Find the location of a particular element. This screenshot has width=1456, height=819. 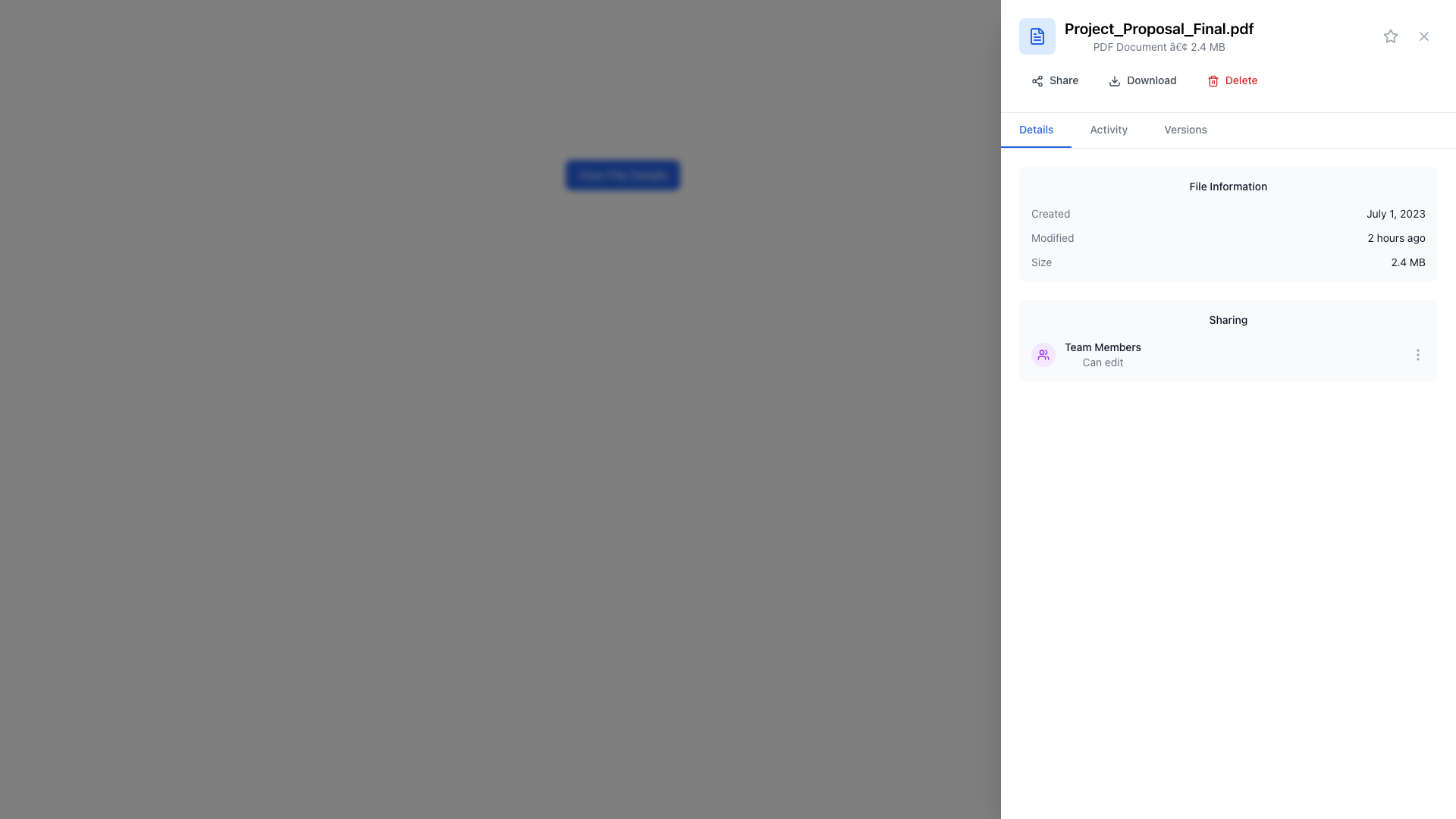

the 'File Information' panel located in the right panel of the interface, which displays metadata about a file, including creation date, last modification time, and size is located at coordinates (1228, 224).